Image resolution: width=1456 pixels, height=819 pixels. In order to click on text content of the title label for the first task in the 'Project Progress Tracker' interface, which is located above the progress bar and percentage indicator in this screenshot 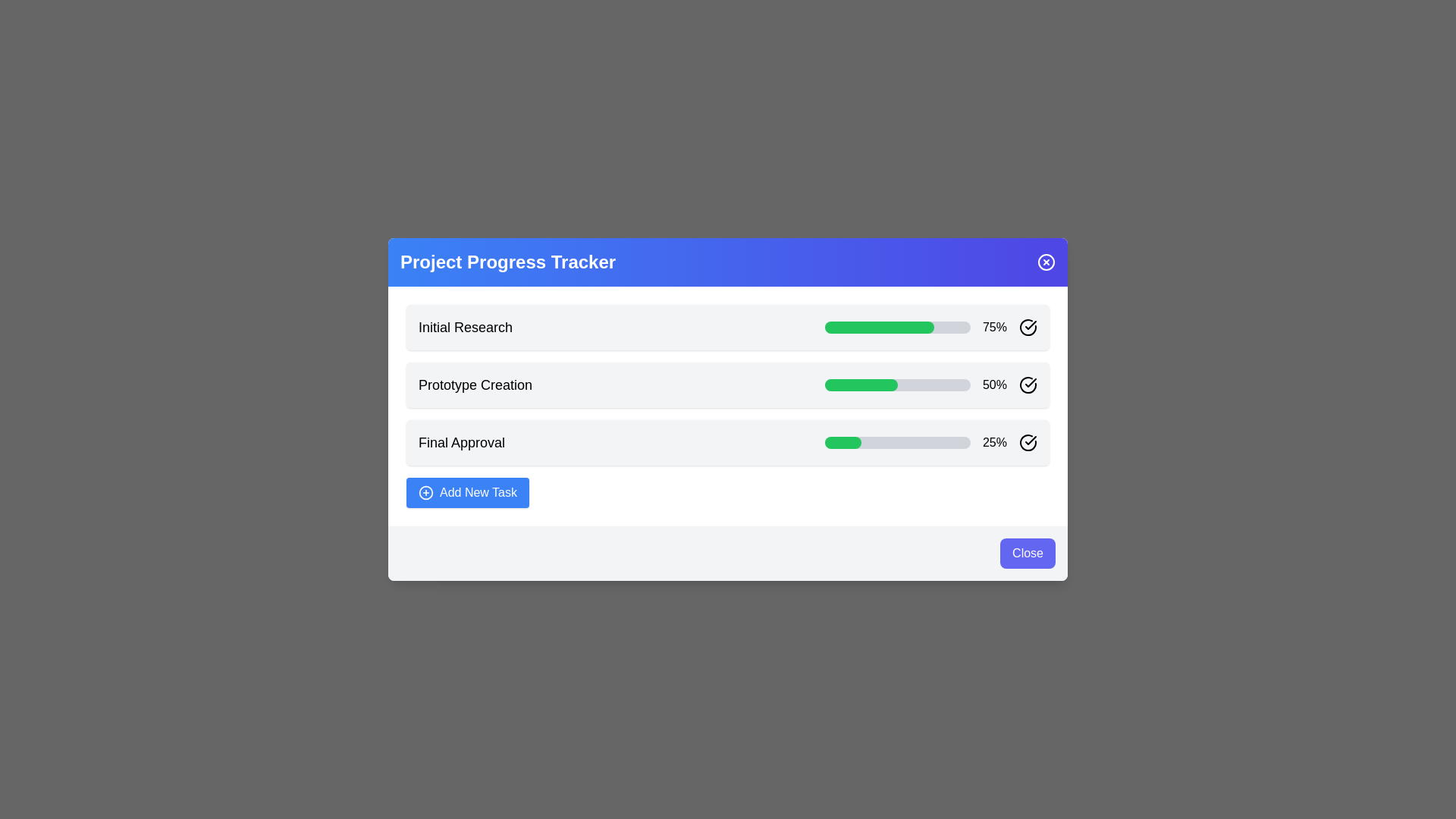, I will do `click(465, 327)`.